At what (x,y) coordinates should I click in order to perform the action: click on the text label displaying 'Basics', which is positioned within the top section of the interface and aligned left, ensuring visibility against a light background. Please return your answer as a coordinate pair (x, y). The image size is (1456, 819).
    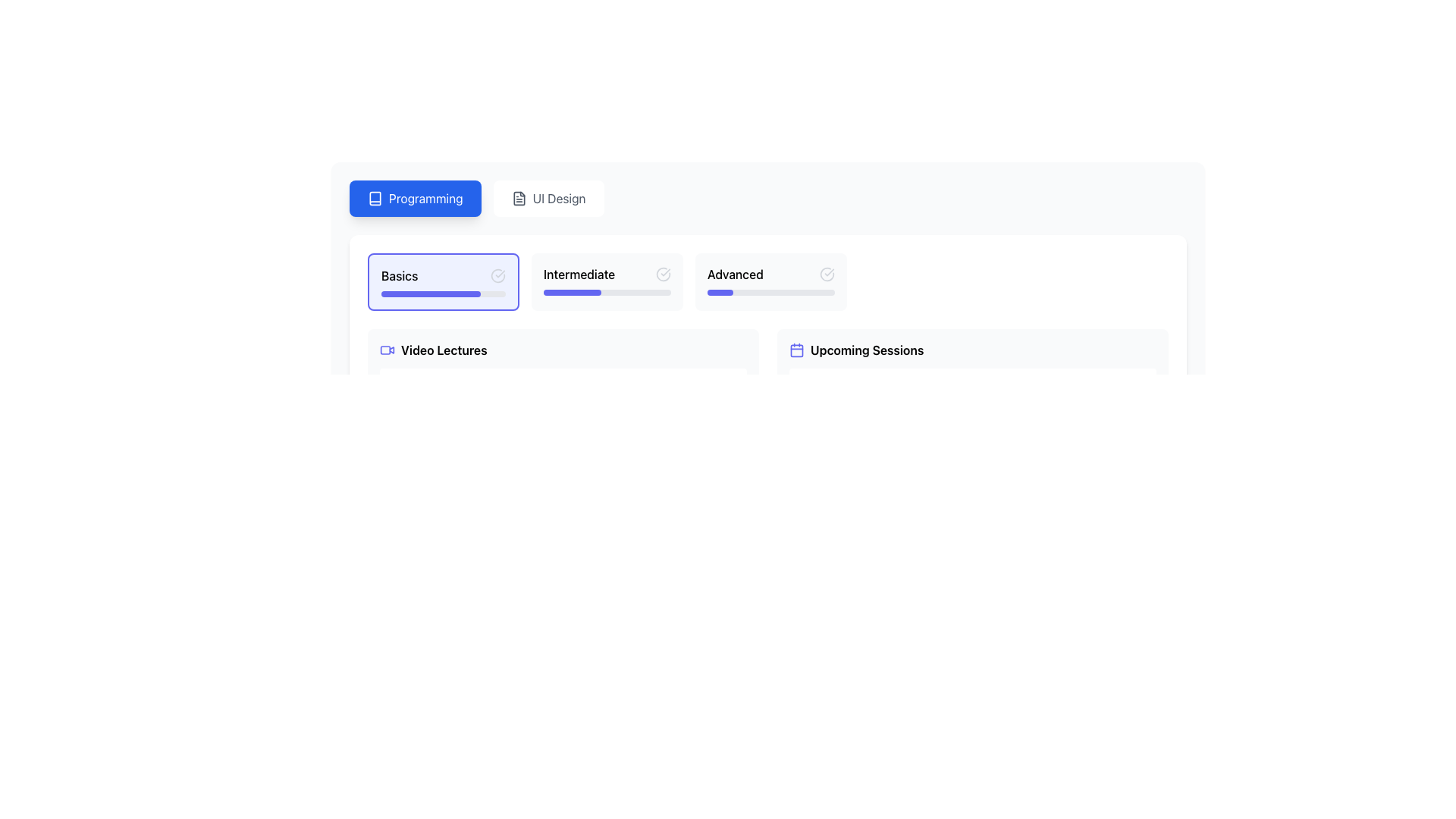
    Looking at the image, I should click on (400, 275).